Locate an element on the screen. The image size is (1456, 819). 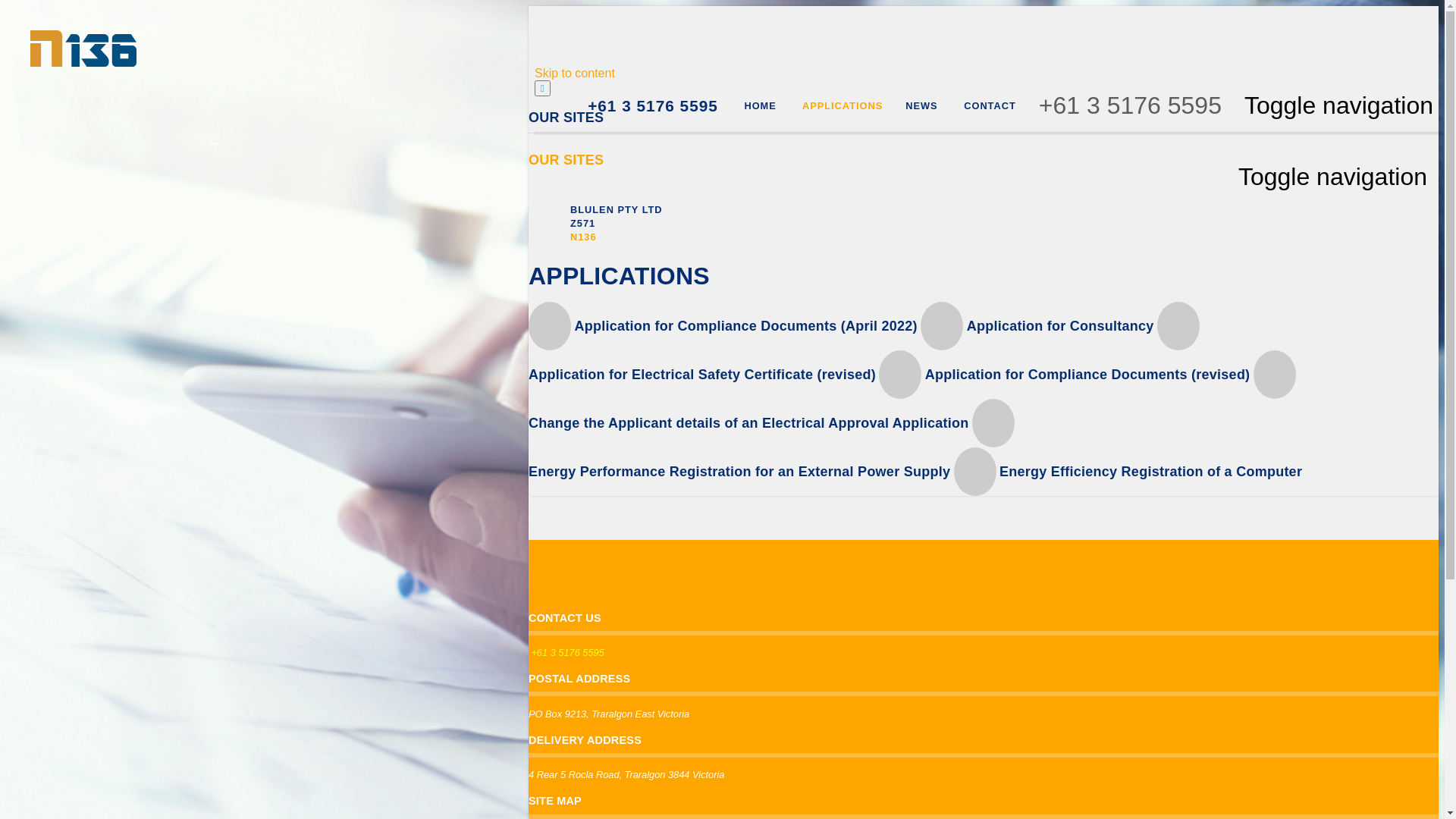
'Application for Consultancy' is located at coordinates (1037, 325).